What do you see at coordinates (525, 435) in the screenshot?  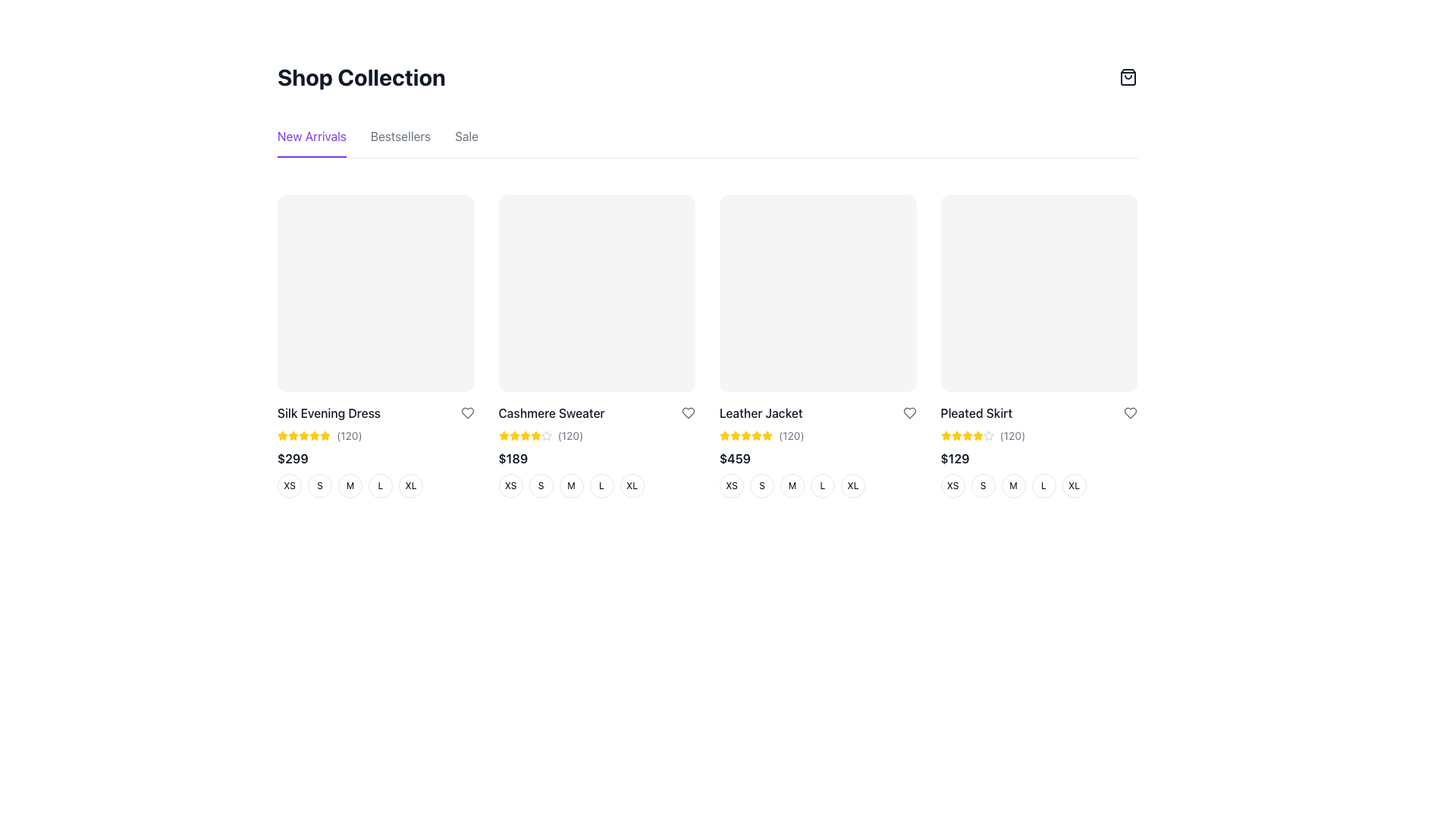 I see `the fourth star in the rating component under the product title 'Cashmere Sweater', which is highlighted in yellow and distinct from the gray fifth star` at bounding box center [525, 435].